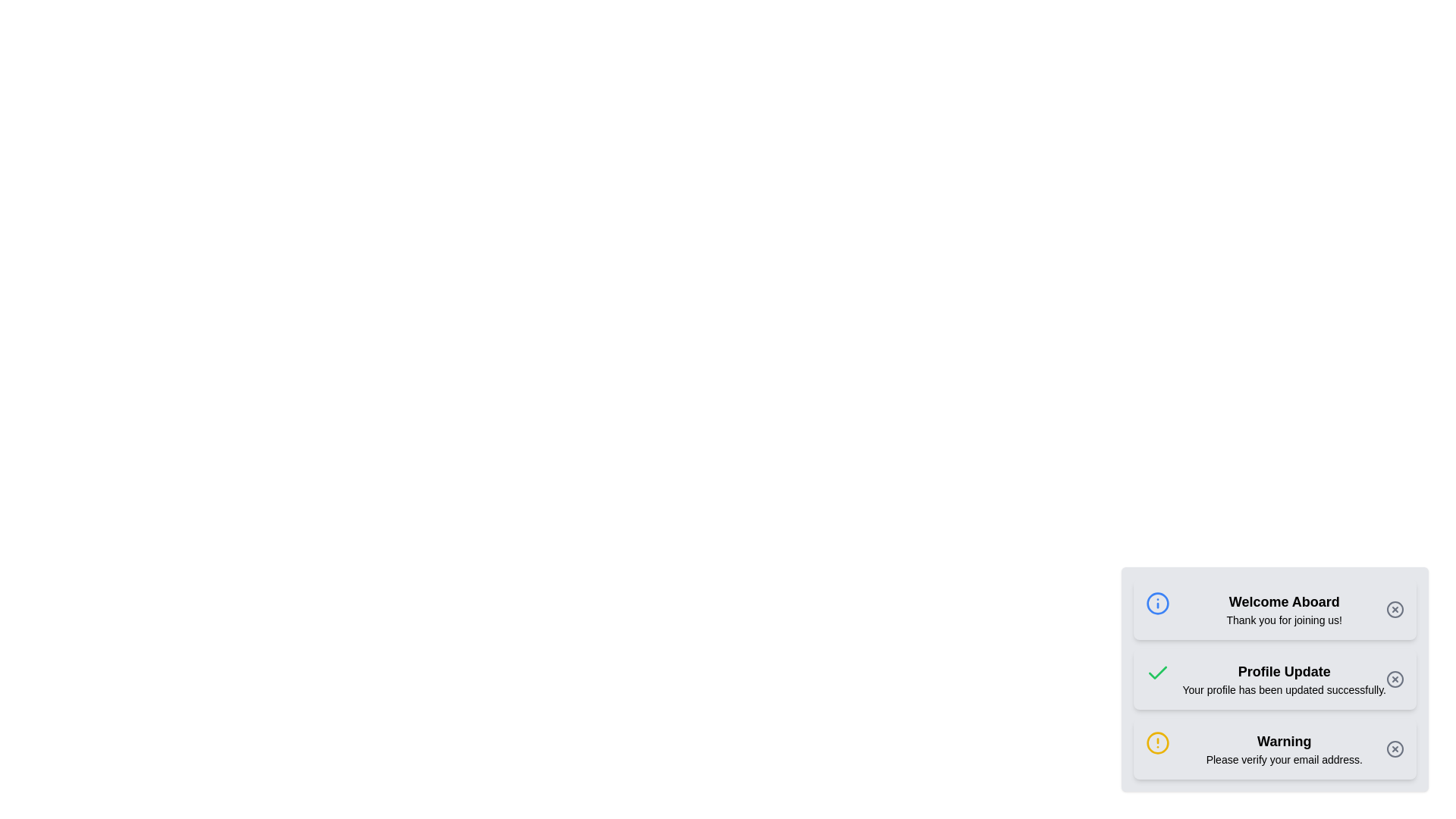  Describe the element at coordinates (1395, 608) in the screenshot. I see `the circular button with a plus-shaped cross inside, located in the top-right corner of the 'Welcome Aboard' notification` at that location.